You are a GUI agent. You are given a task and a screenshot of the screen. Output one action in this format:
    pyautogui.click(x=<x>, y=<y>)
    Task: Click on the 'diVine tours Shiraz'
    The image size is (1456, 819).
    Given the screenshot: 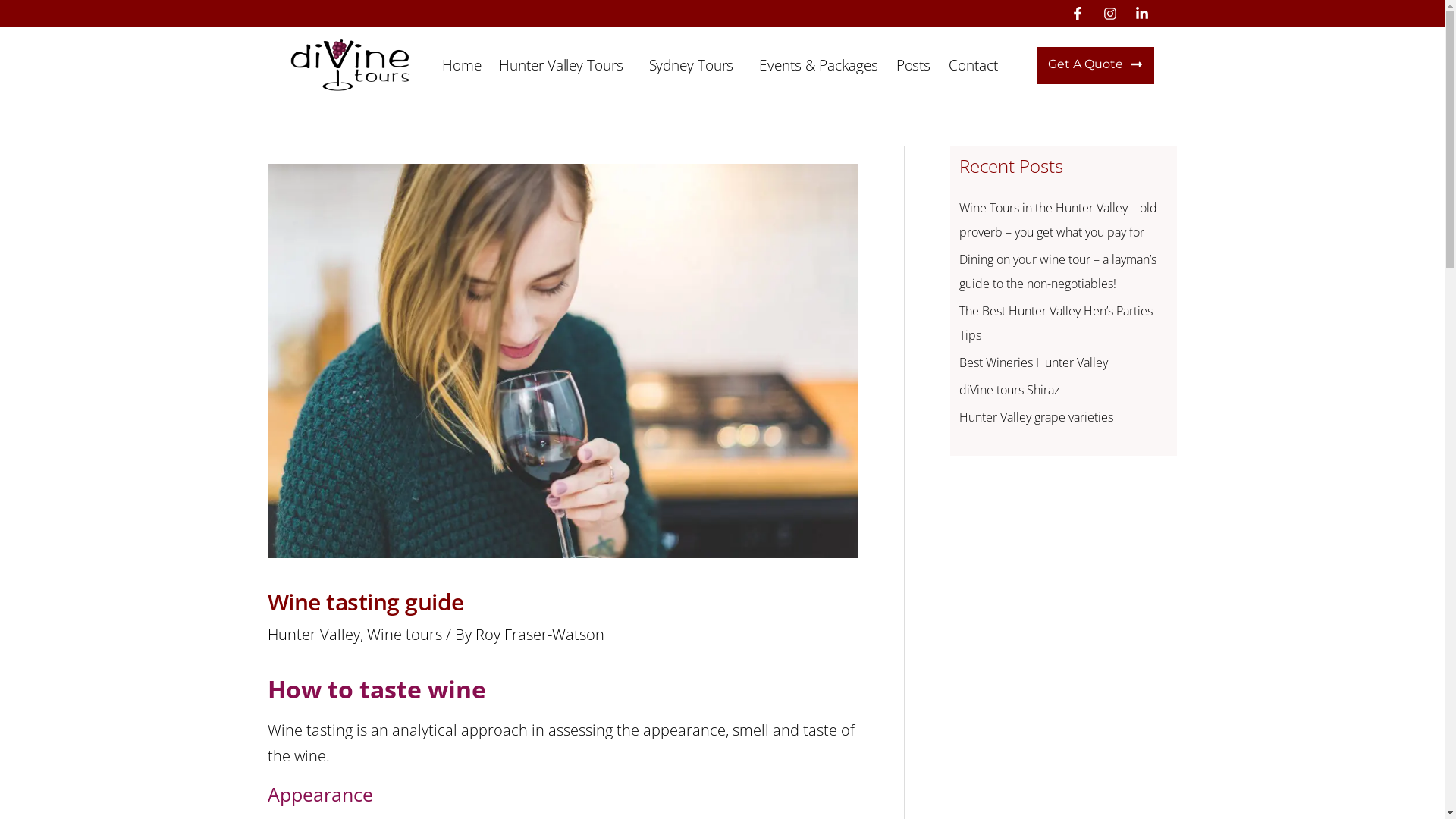 What is the action you would take?
    pyautogui.click(x=957, y=388)
    